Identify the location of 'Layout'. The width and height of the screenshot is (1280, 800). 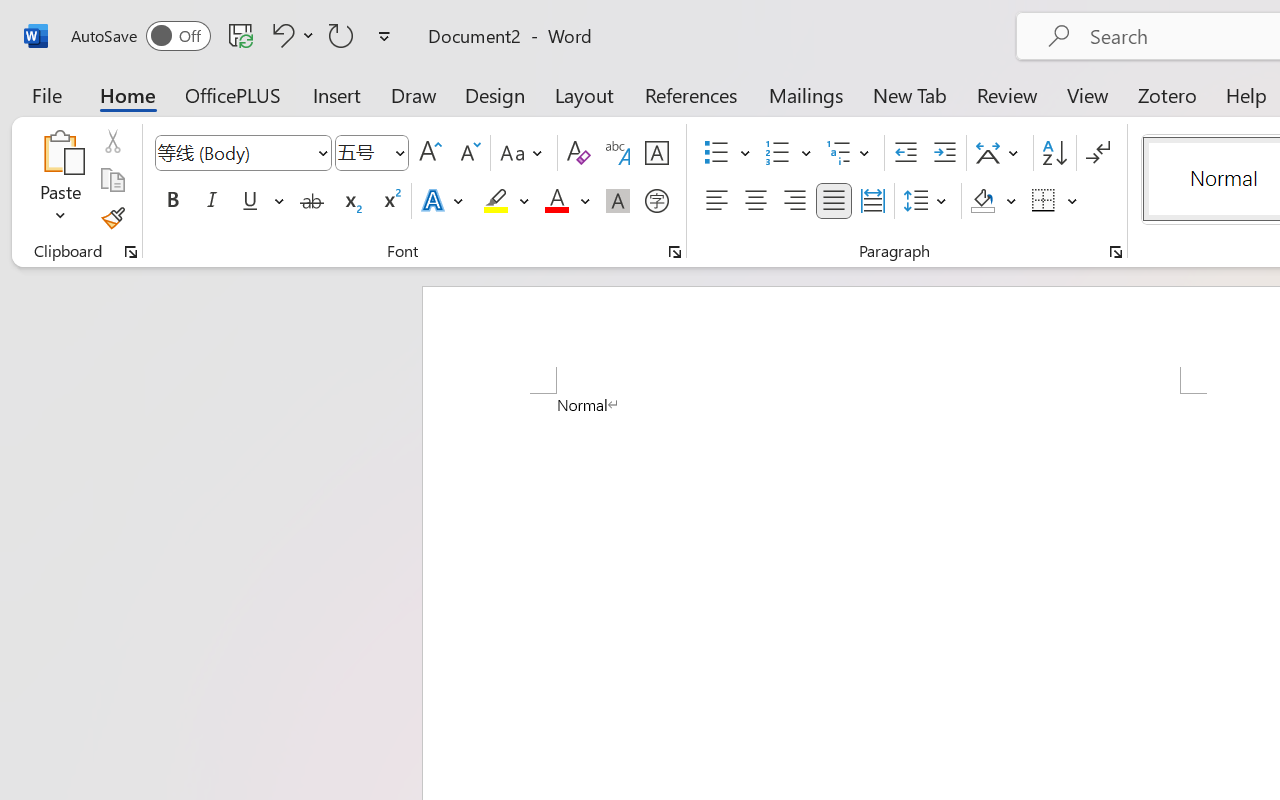
(583, 94).